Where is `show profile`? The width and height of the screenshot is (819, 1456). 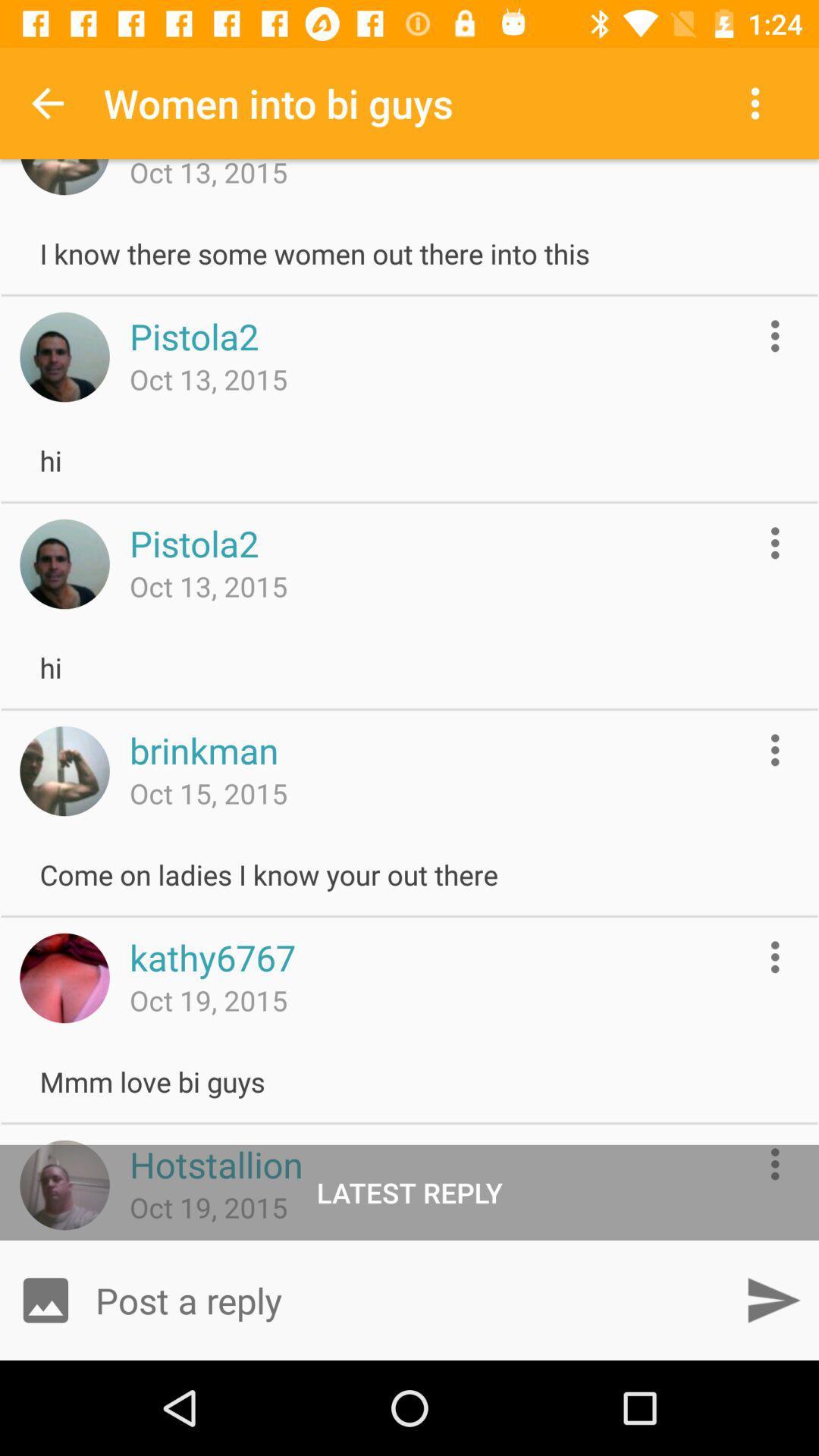
show profile is located at coordinates (64, 356).